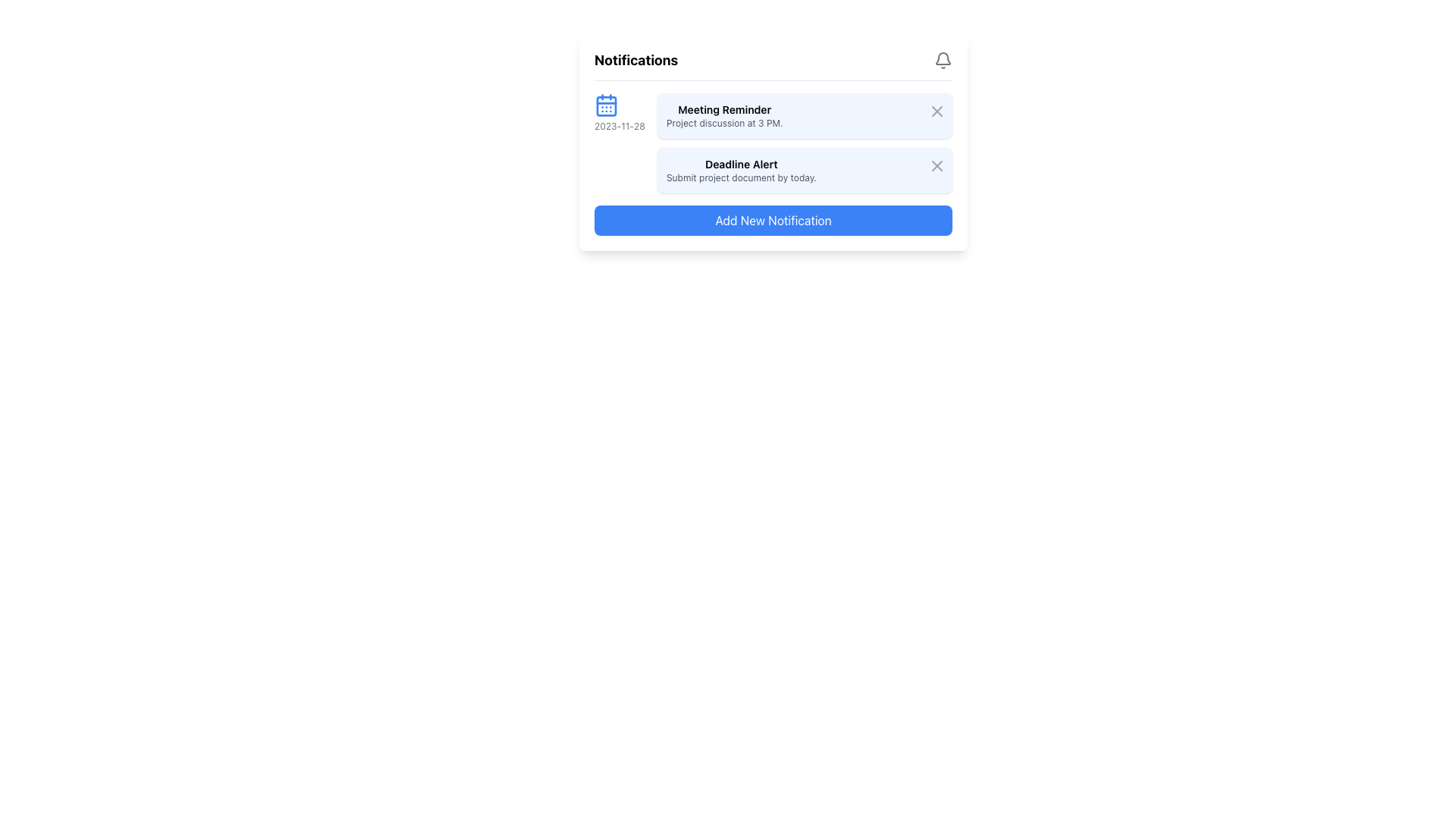 Image resolution: width=1456 pixels, height=819 pixels. I want to click on the notification icon located in the header section at the top-right, next to the 'Notifications' title, so click(942, 60).